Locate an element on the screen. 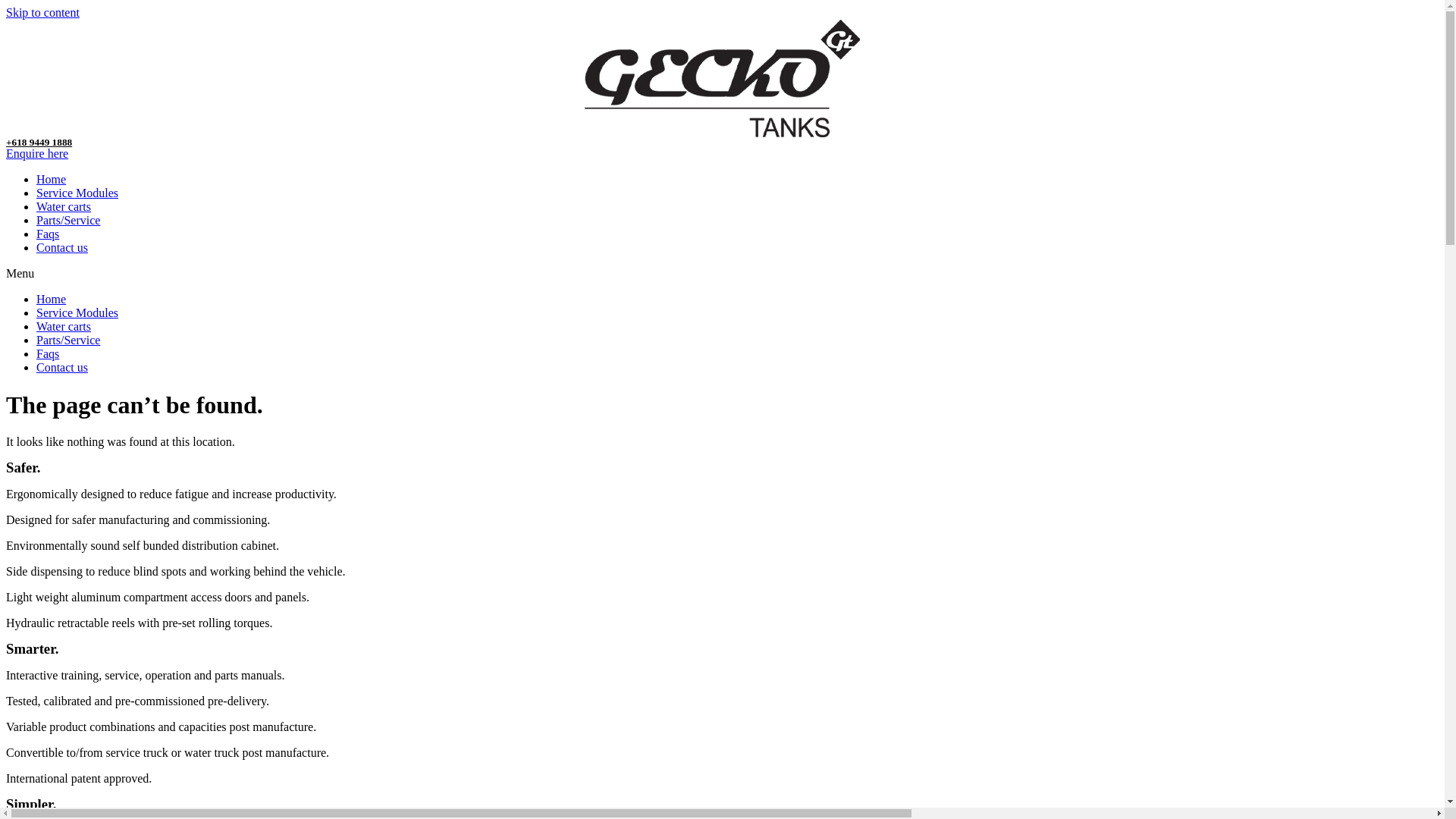 Image resolution: width=1456 pixels, height=819 pixels. 'Enquire here' is located at coordinates (36, 153).